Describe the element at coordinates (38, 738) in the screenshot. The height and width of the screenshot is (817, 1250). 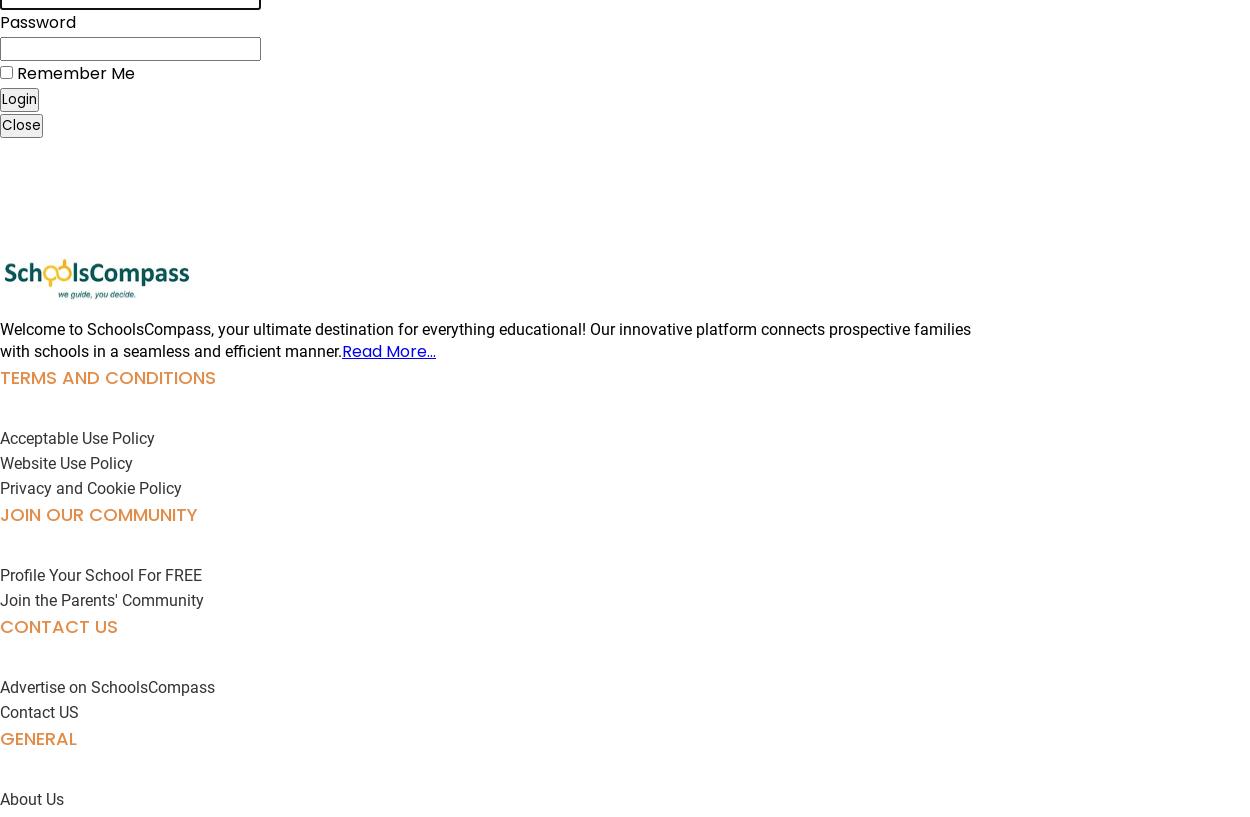
I see `'GENERAL'` at that location.